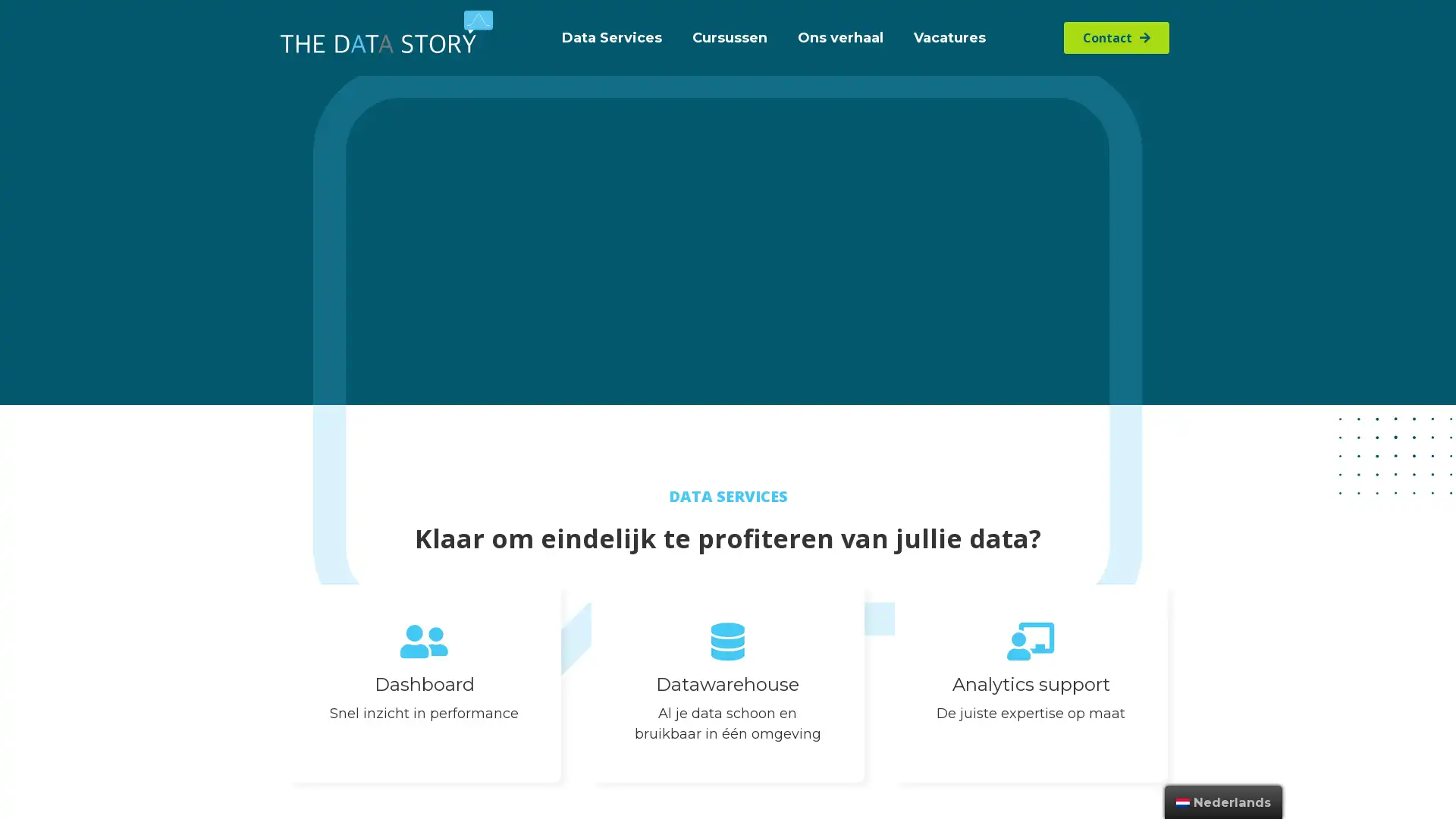 The height and width of the screenshot is (819, 1456). I want to click on Voorkeuren, so click(153, 776).